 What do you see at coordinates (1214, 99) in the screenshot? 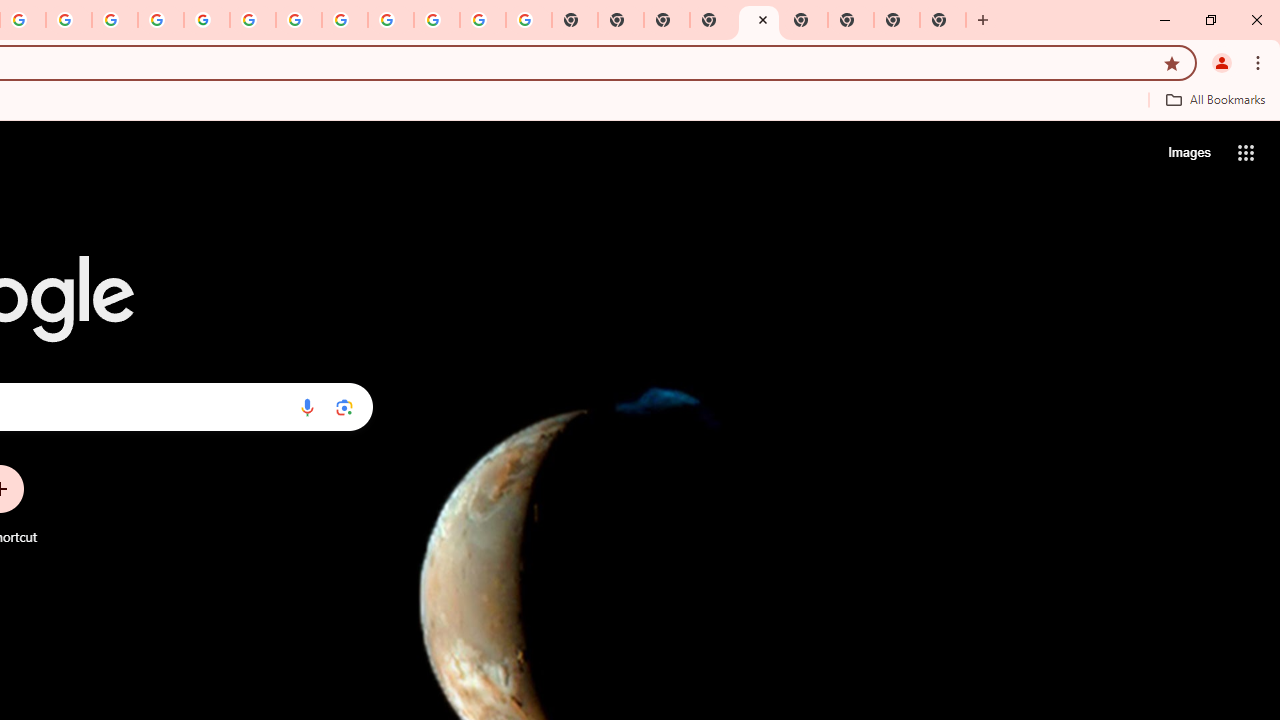
I see `'All Bookmarks'` at bounding box center [1214, 99].